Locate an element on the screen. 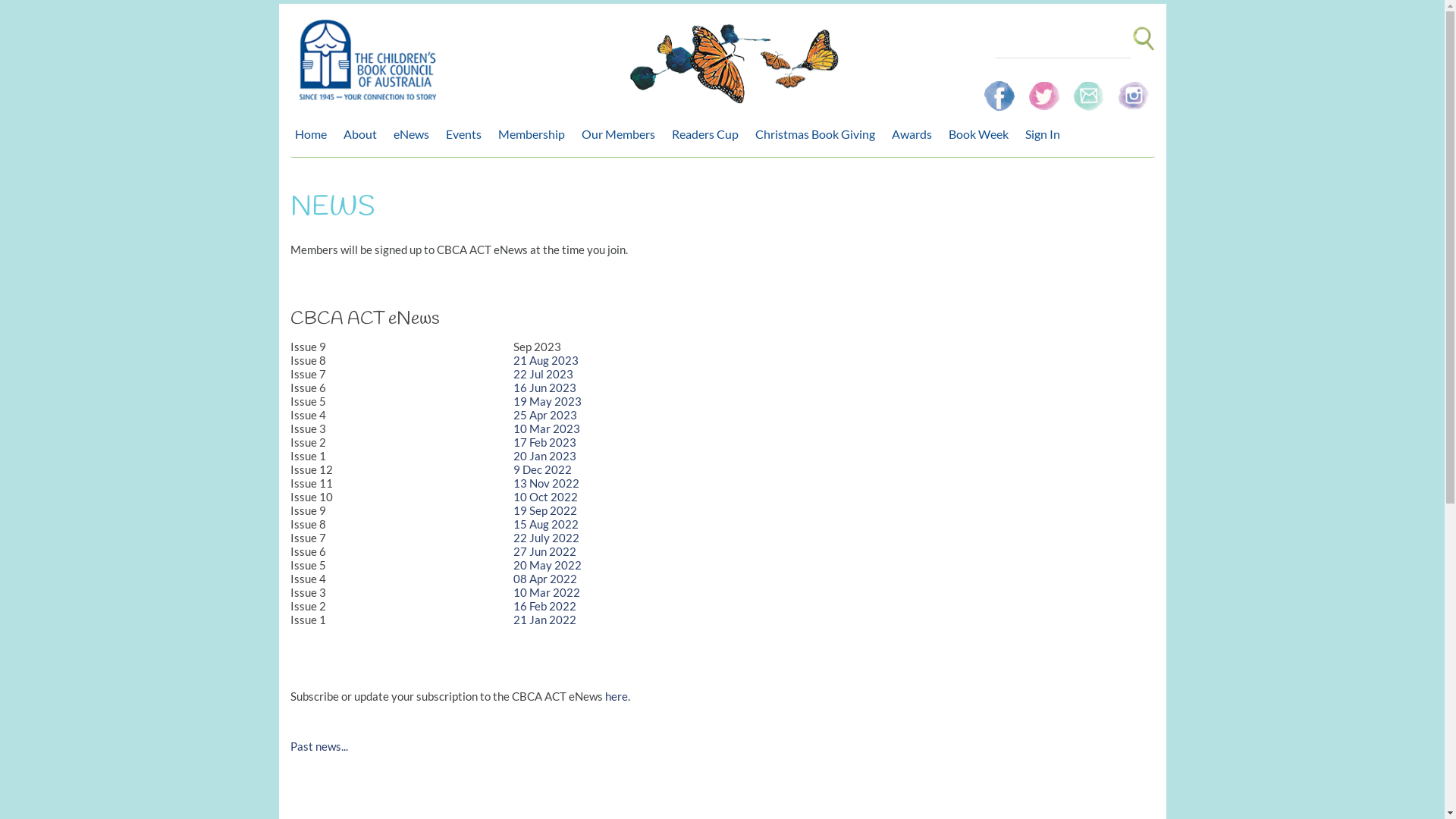 This screenshot has width=1456, height=819. '21 Jan 2022' is located at coordinates (544, 620).